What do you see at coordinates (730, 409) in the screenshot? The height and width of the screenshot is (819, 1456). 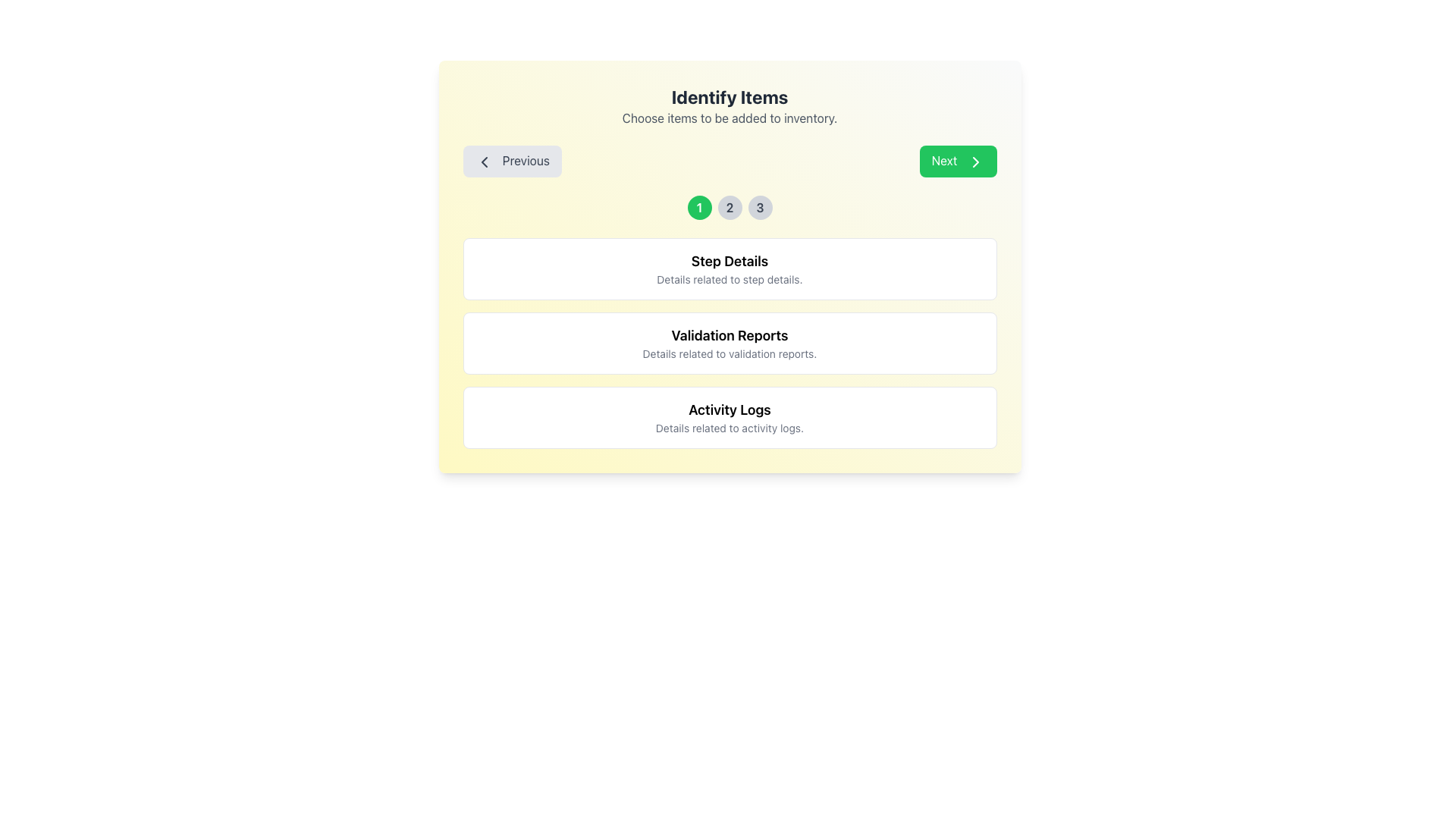 I see `the 'Activity Logs' text label, which is a bold black label located at the top of a white card in the third position of a vertical stack of cards` at bounding box center [730, 409].